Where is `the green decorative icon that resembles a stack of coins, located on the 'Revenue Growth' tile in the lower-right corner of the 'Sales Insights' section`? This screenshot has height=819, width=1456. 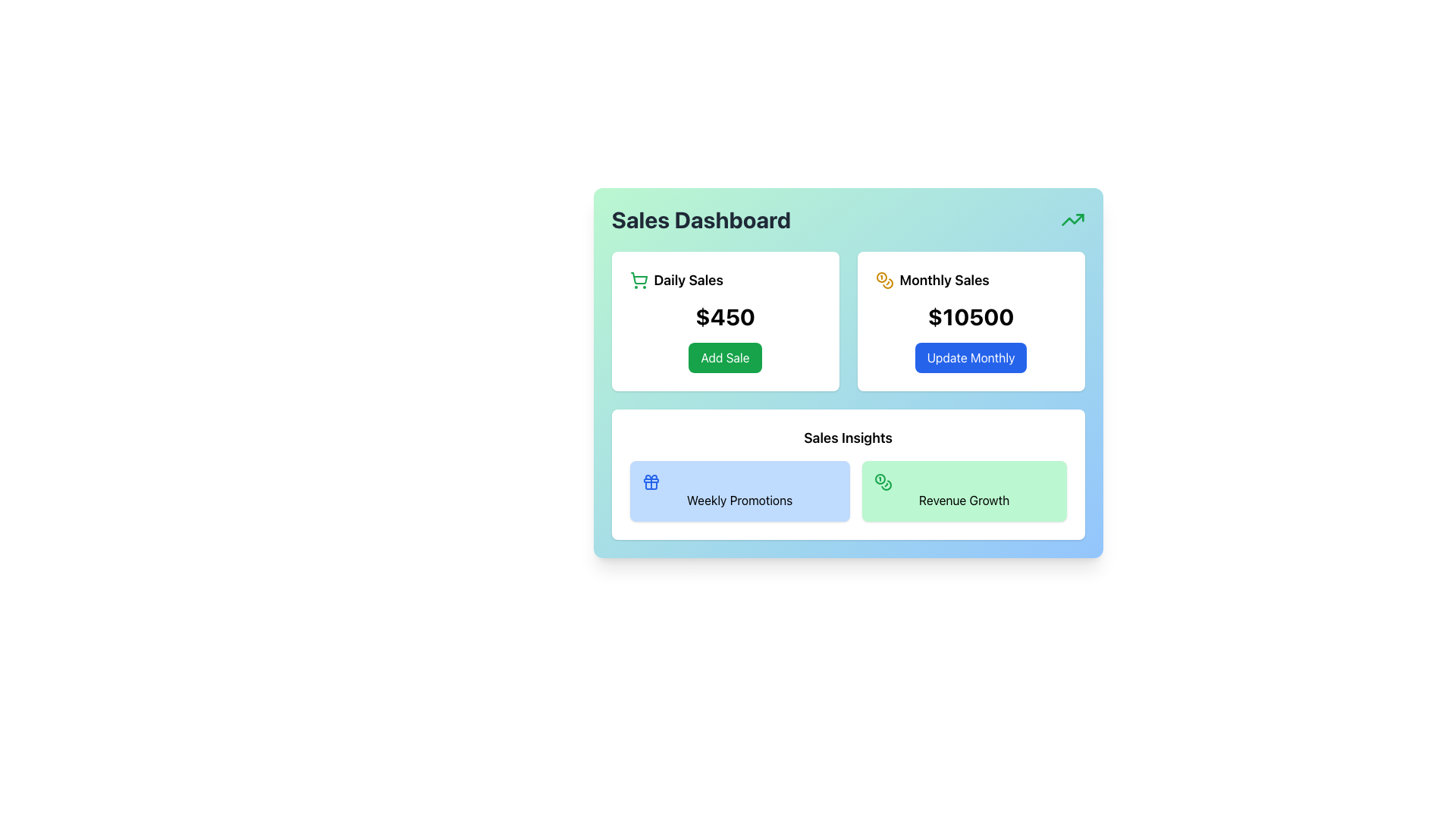 the green decorative icon that resembles a stack of coins, located on the 'Revenue Growth' tile in the lower-right corner of the 'Sales Insights' section is located at coordinates (883, 482).